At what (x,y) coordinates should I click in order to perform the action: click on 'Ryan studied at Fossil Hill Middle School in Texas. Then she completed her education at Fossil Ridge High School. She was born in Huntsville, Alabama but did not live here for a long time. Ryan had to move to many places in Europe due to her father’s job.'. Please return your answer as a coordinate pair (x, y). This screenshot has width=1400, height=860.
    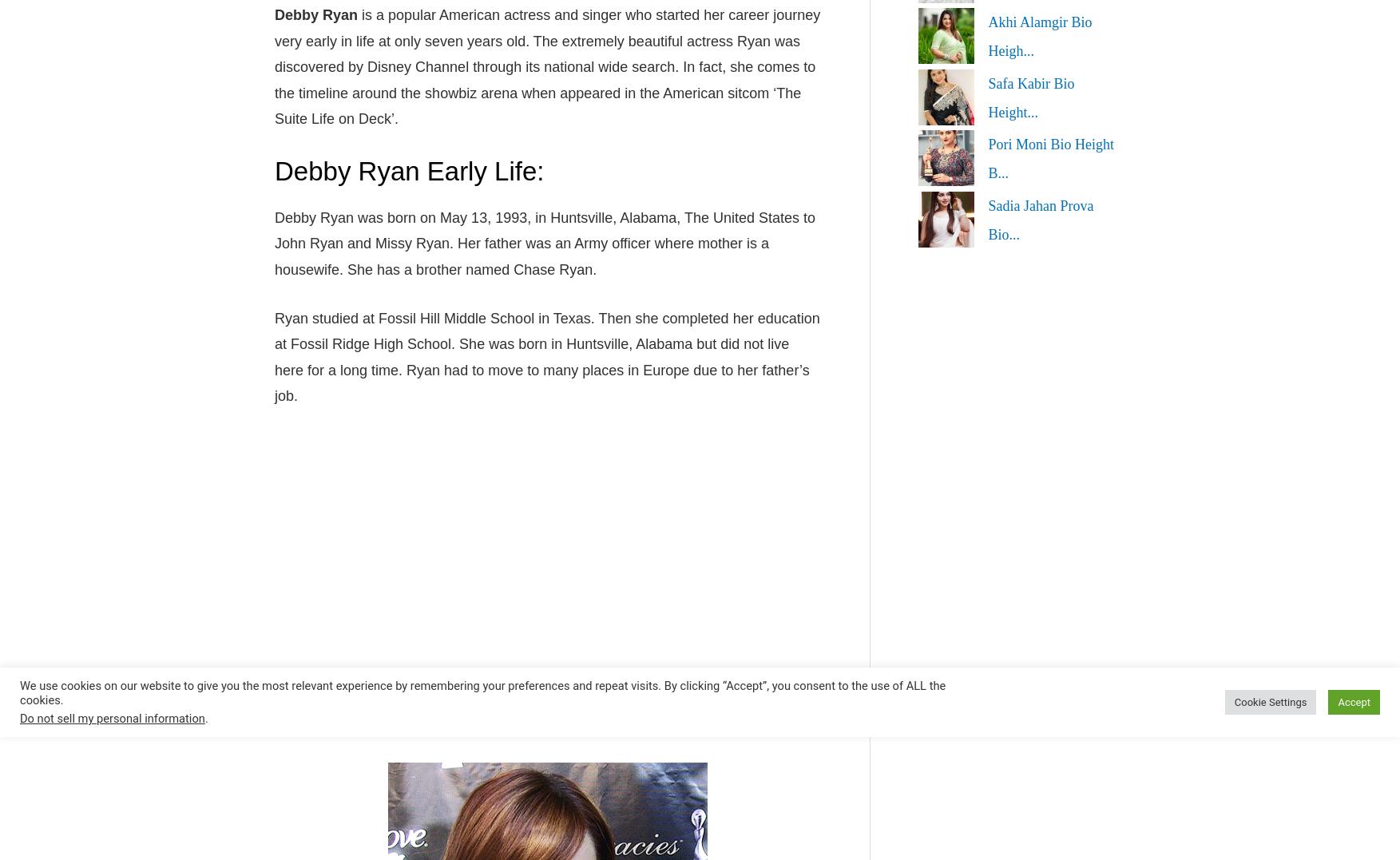
    Looking at the image, I should click on (274, 356).